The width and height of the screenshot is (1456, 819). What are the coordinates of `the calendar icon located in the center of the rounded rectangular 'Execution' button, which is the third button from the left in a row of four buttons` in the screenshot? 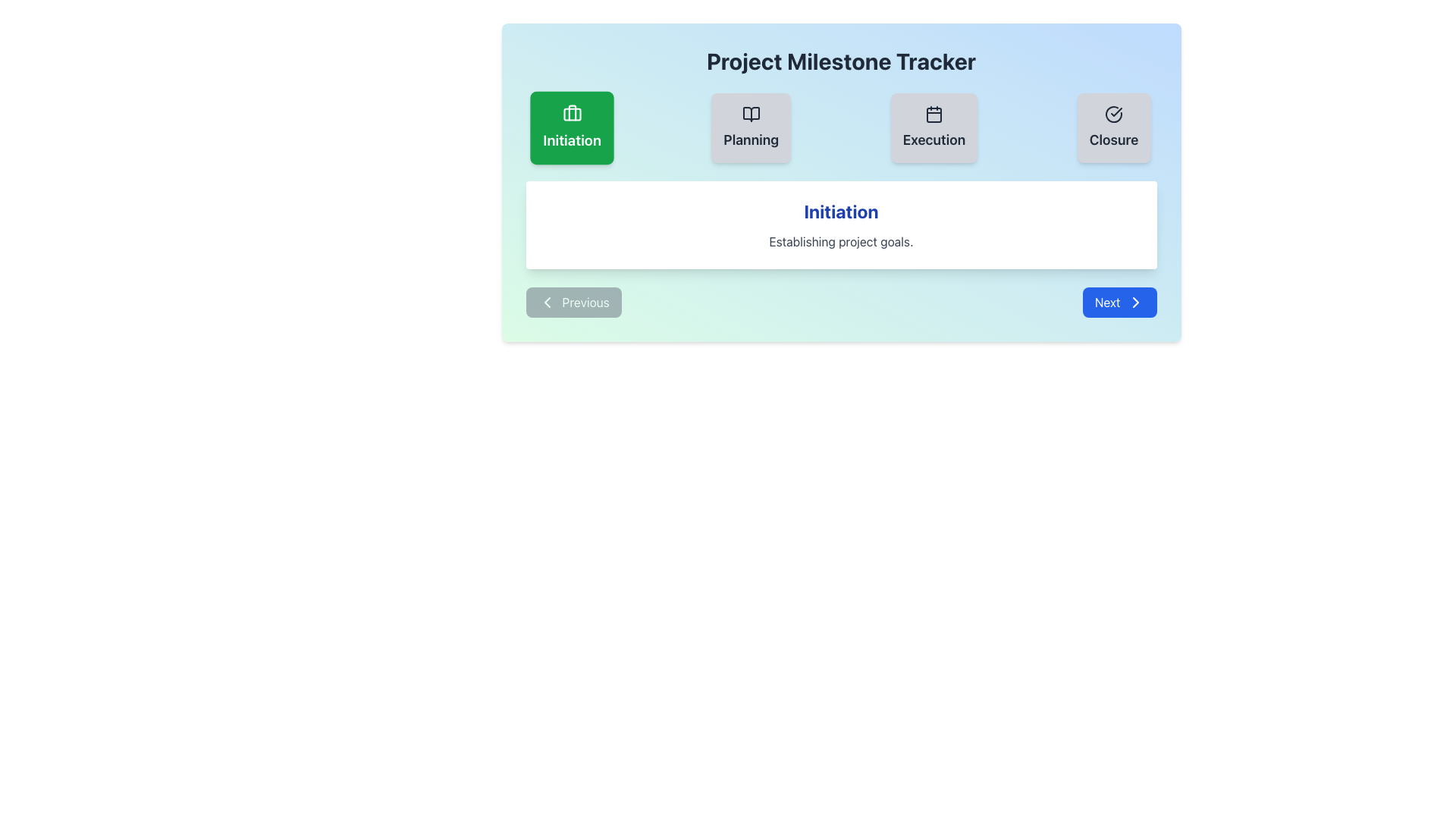 It's located at (933, 113).